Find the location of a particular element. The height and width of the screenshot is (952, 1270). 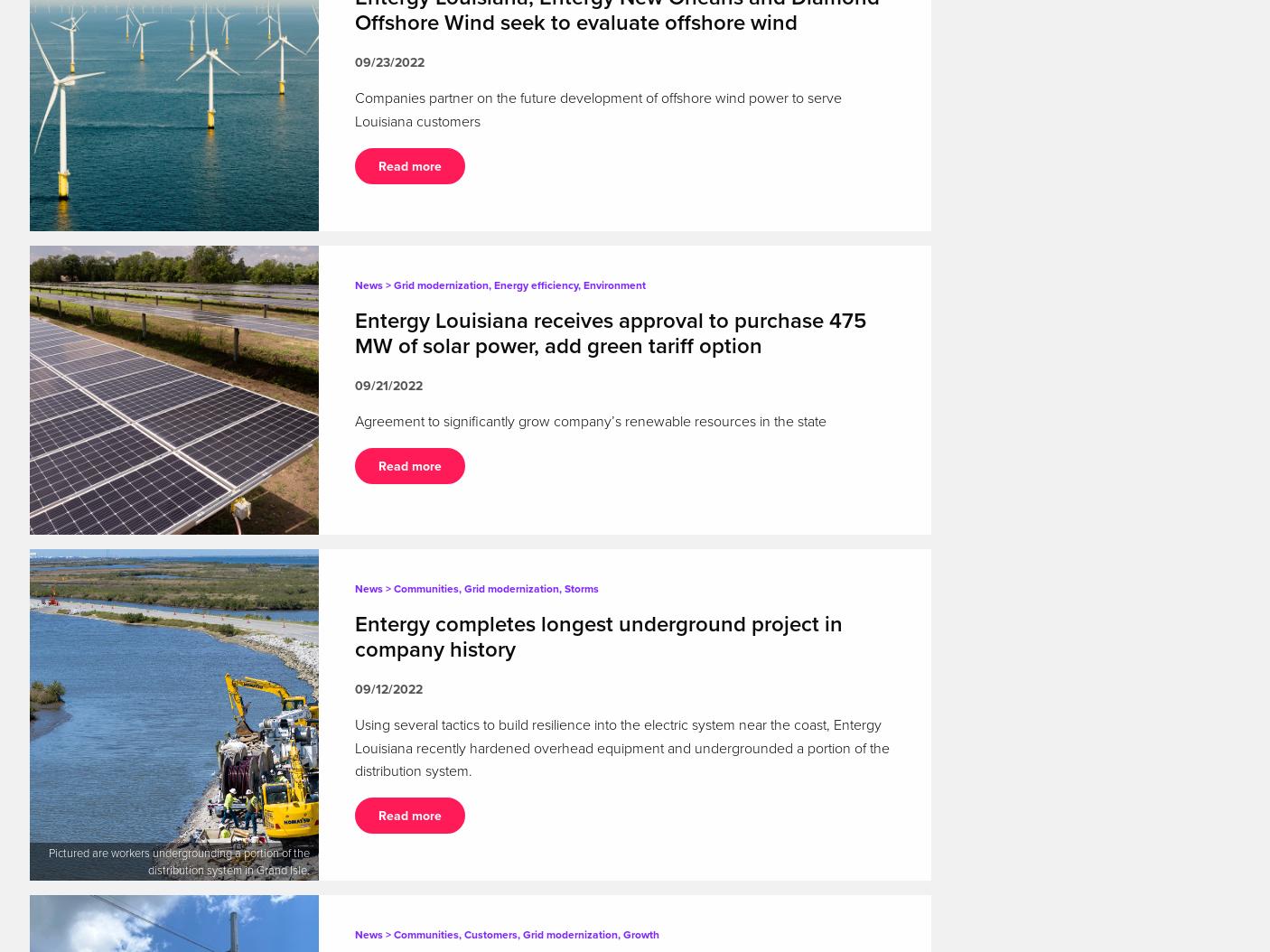

'Entergy Louisiana receives approval to purchase 475 MW of solar power, add green tariff option' is located at coordinates (611, 333).